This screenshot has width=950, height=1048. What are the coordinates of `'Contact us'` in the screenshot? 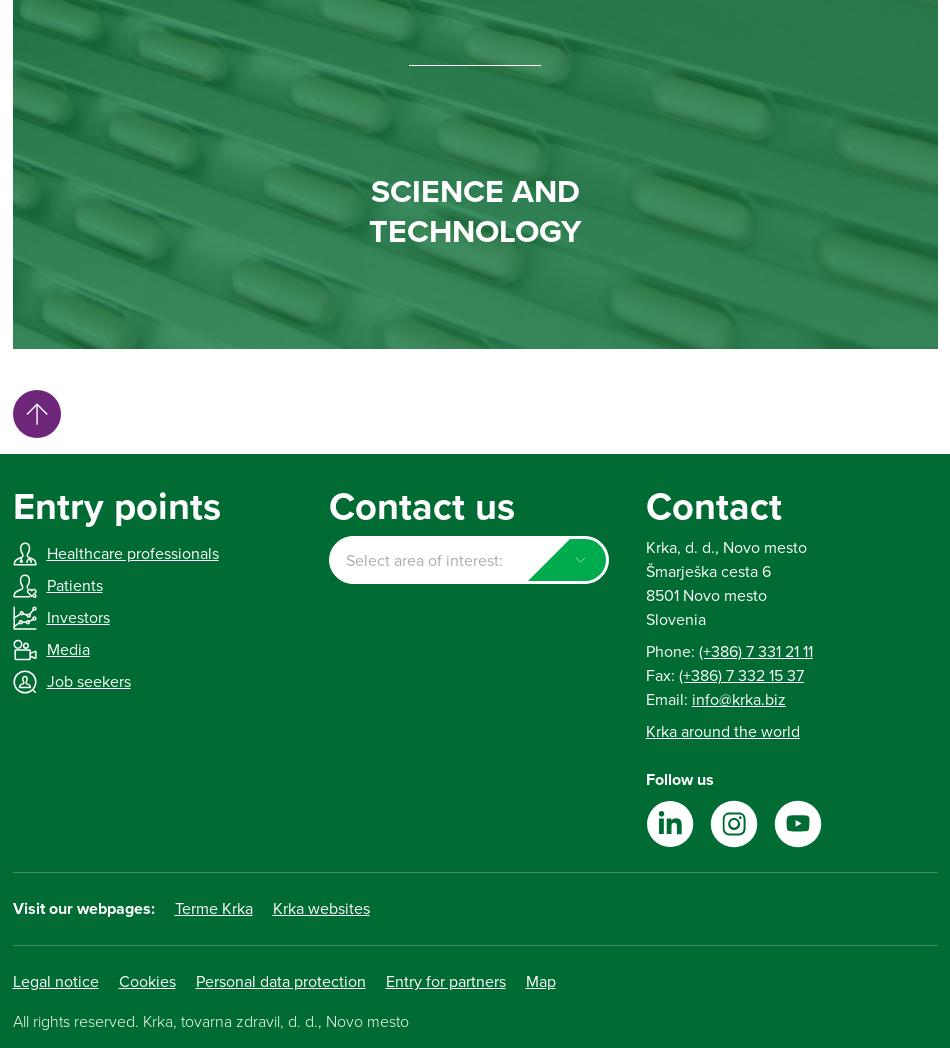 It's located at (420, 505).